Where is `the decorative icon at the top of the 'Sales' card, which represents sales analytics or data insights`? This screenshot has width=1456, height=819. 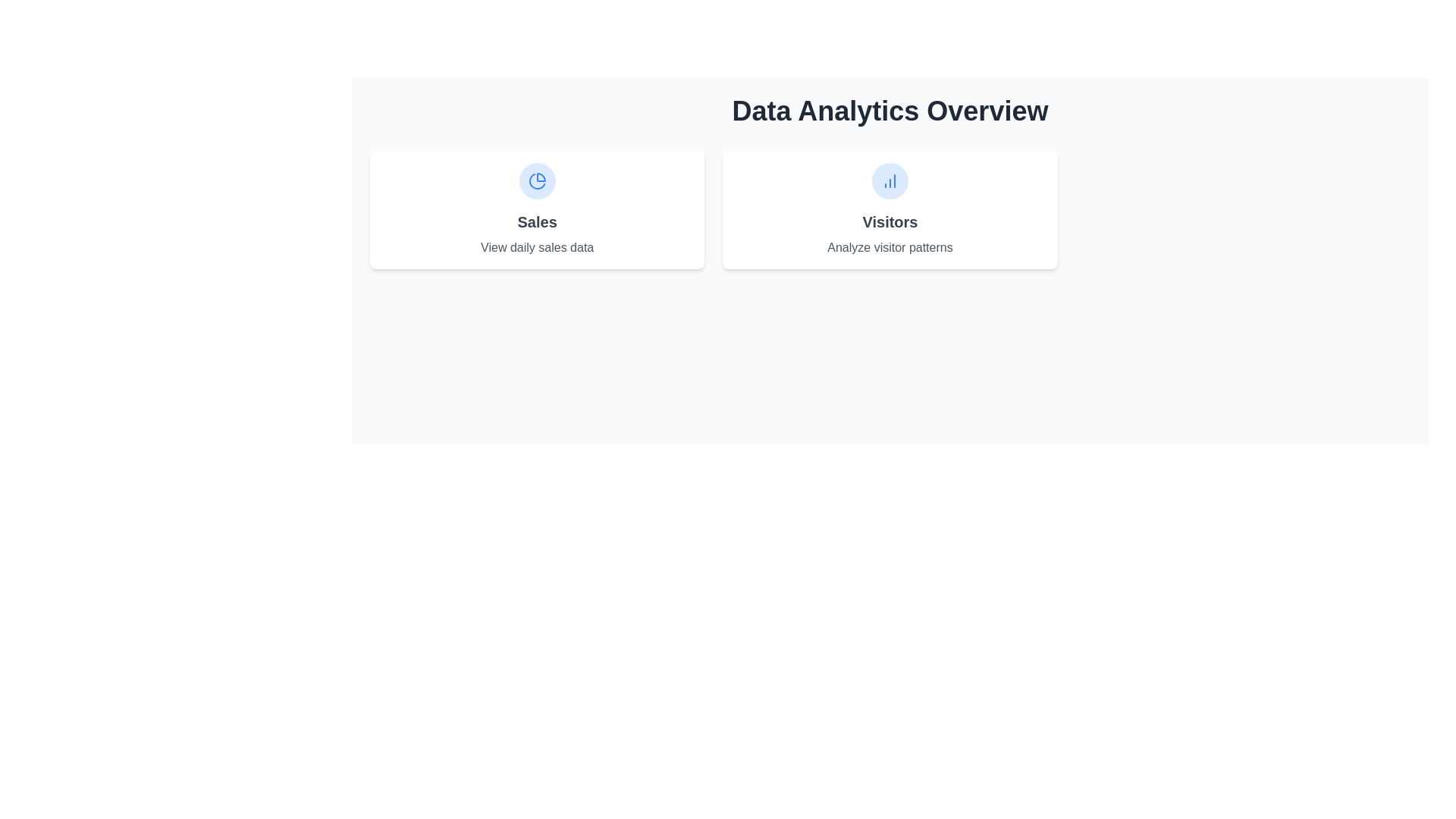 the decorative icon at the top of the 'Sales' card, which represents sales analytics or data insights is located at coordinates (537, 180).